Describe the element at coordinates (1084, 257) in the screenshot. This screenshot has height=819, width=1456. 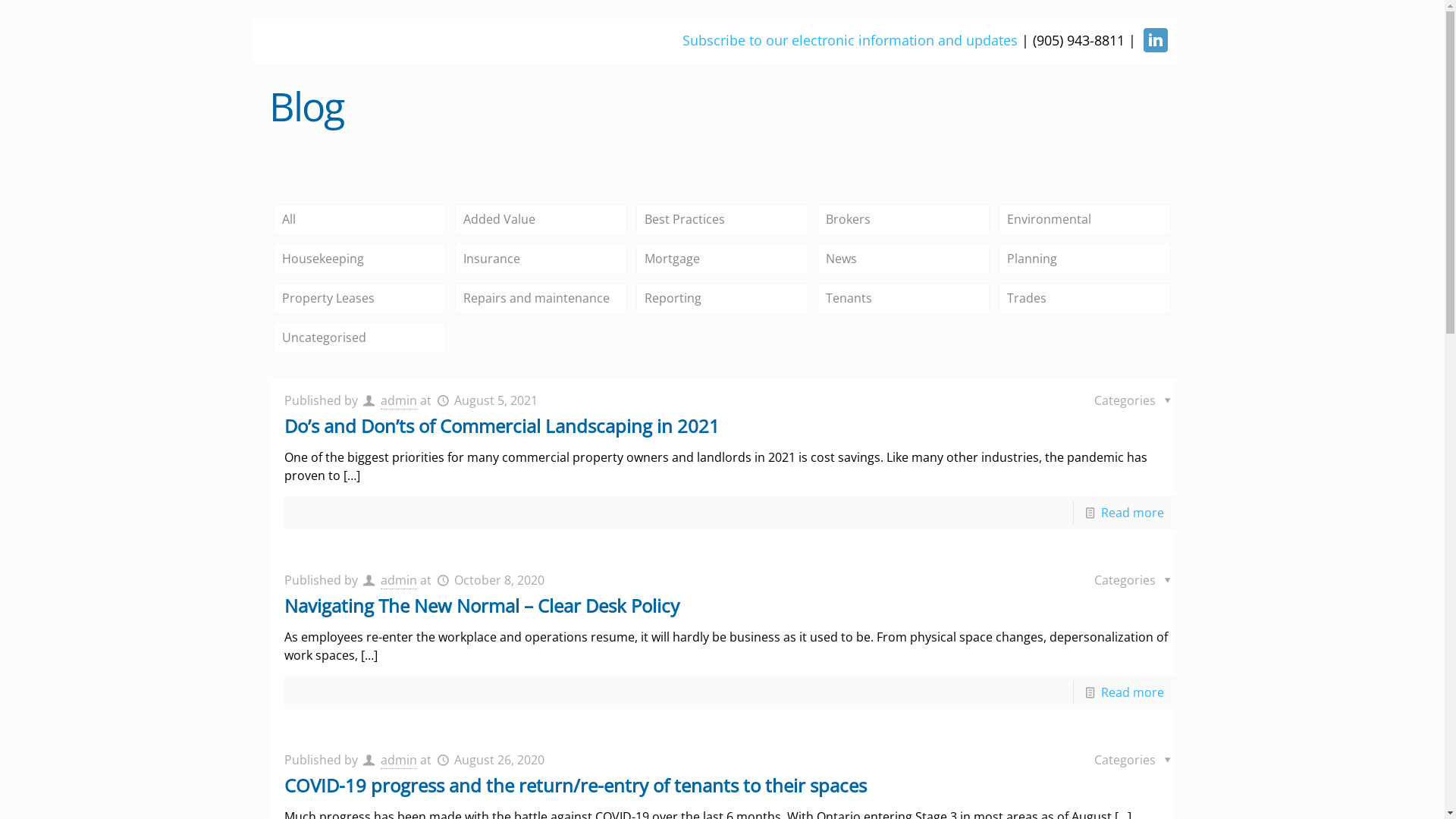
I see `'Planning'` at that location.